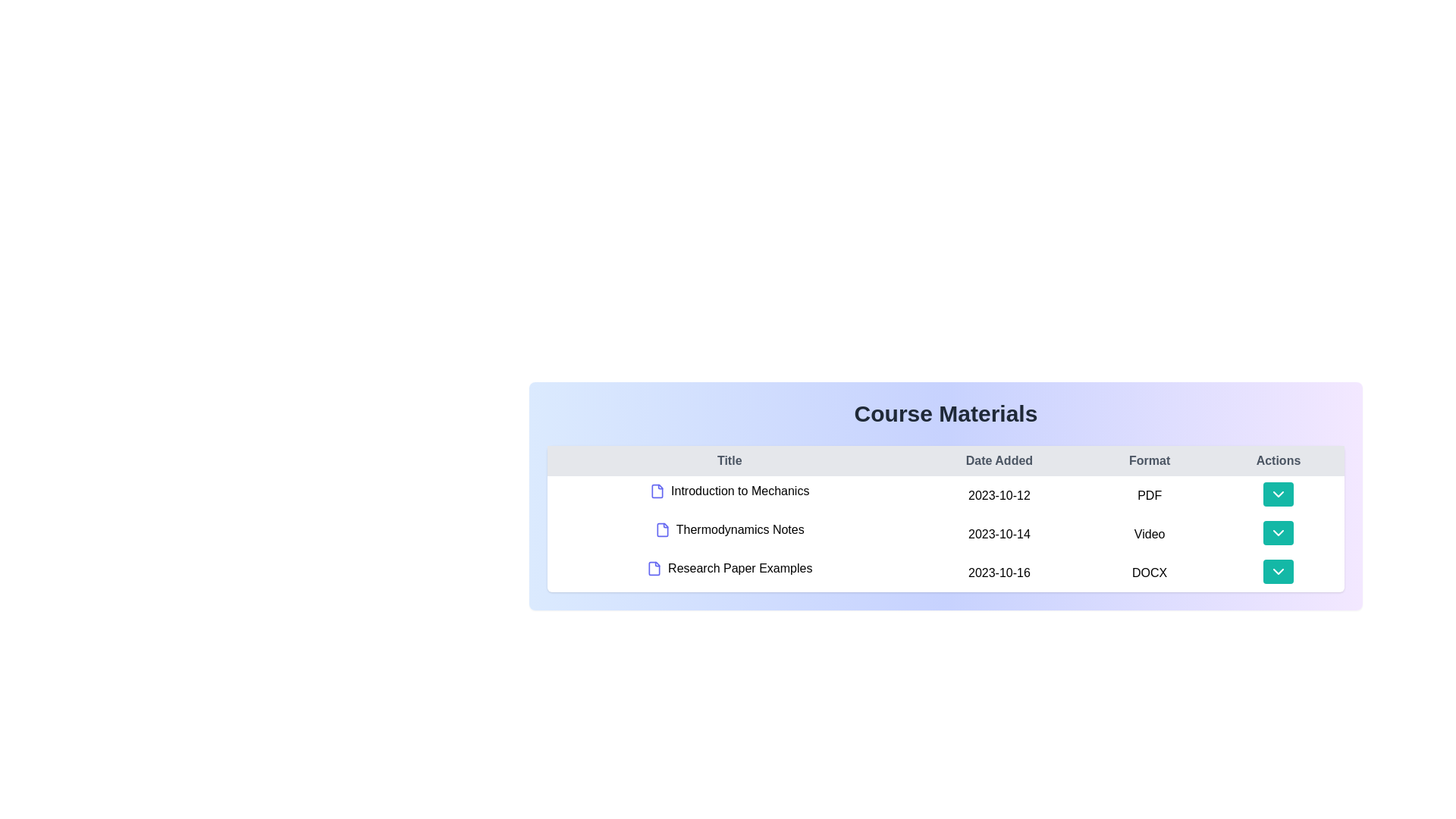 Image resolution: width=1456 pixels, height=819 pixels. Describe the element at coordinates (945, 414) in the screenshot. I see `header text labeled 'Course Materials', which is a large, bold text centered at the top of a section with a light gradient background` at that location.